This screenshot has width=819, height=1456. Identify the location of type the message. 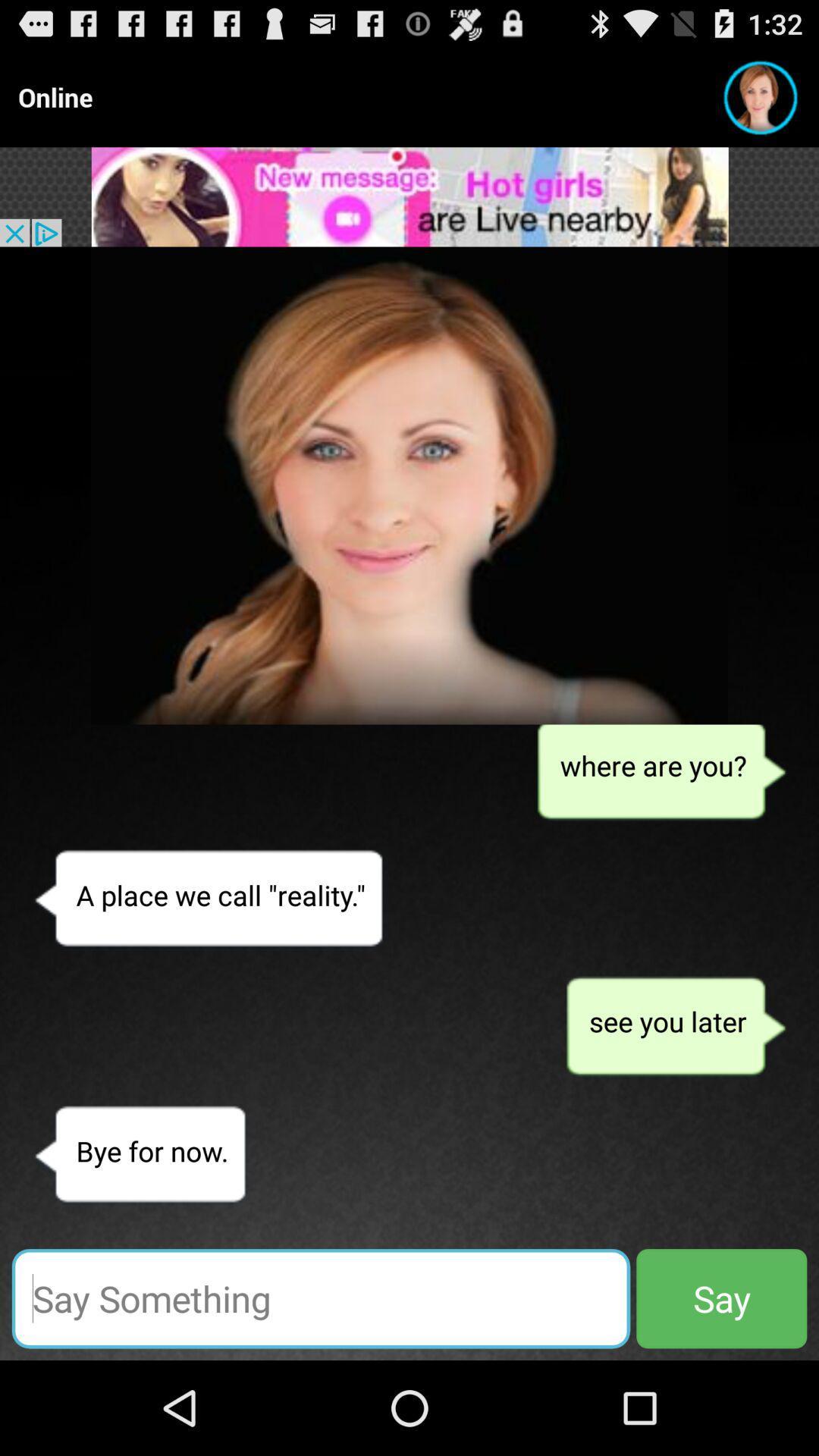
(320, 1298).